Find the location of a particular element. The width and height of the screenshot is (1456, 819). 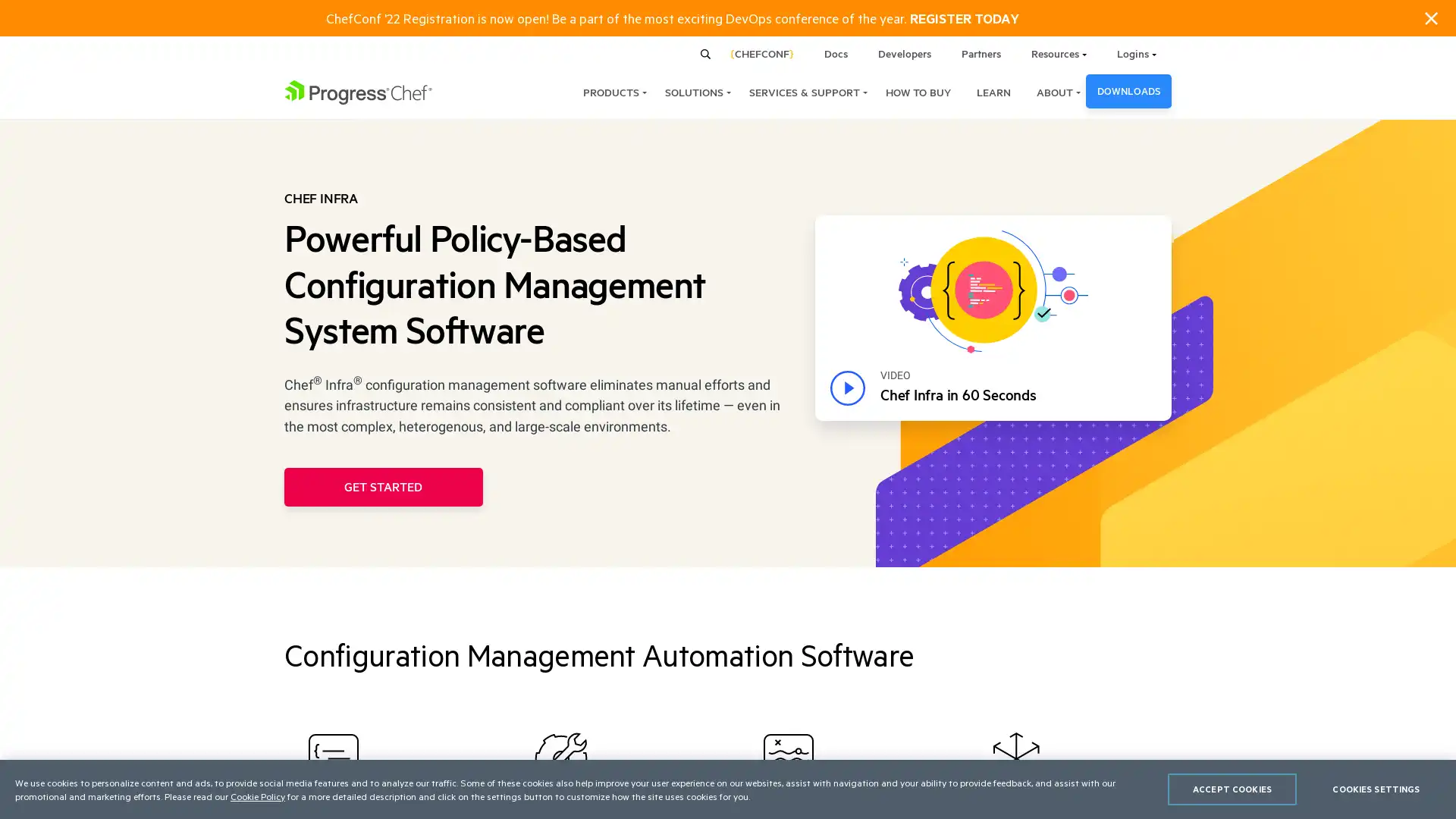

Resources is located at coordinates (1058, 54).